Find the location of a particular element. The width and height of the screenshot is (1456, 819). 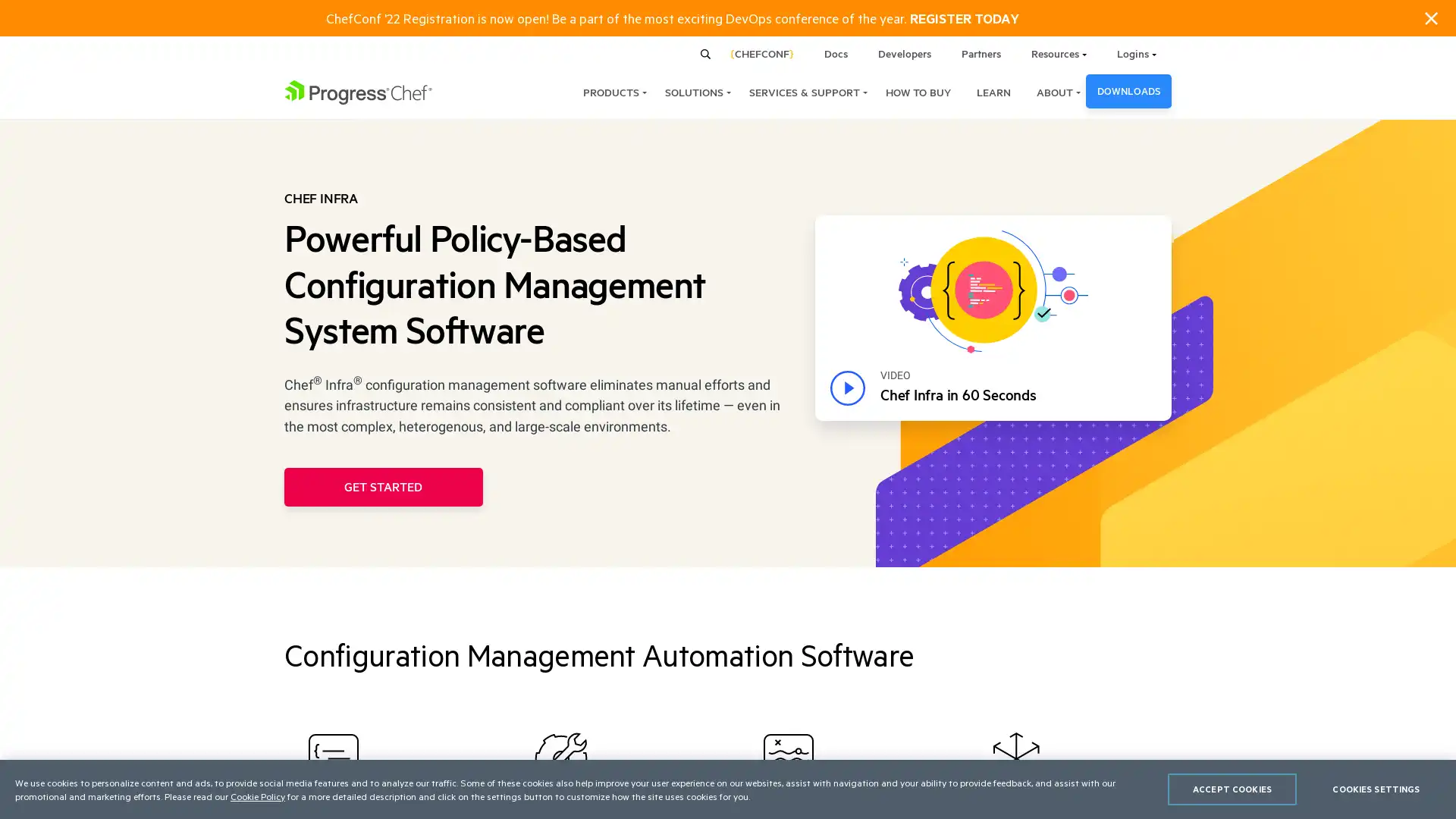

Resources is located at coordinates (1058, 54).